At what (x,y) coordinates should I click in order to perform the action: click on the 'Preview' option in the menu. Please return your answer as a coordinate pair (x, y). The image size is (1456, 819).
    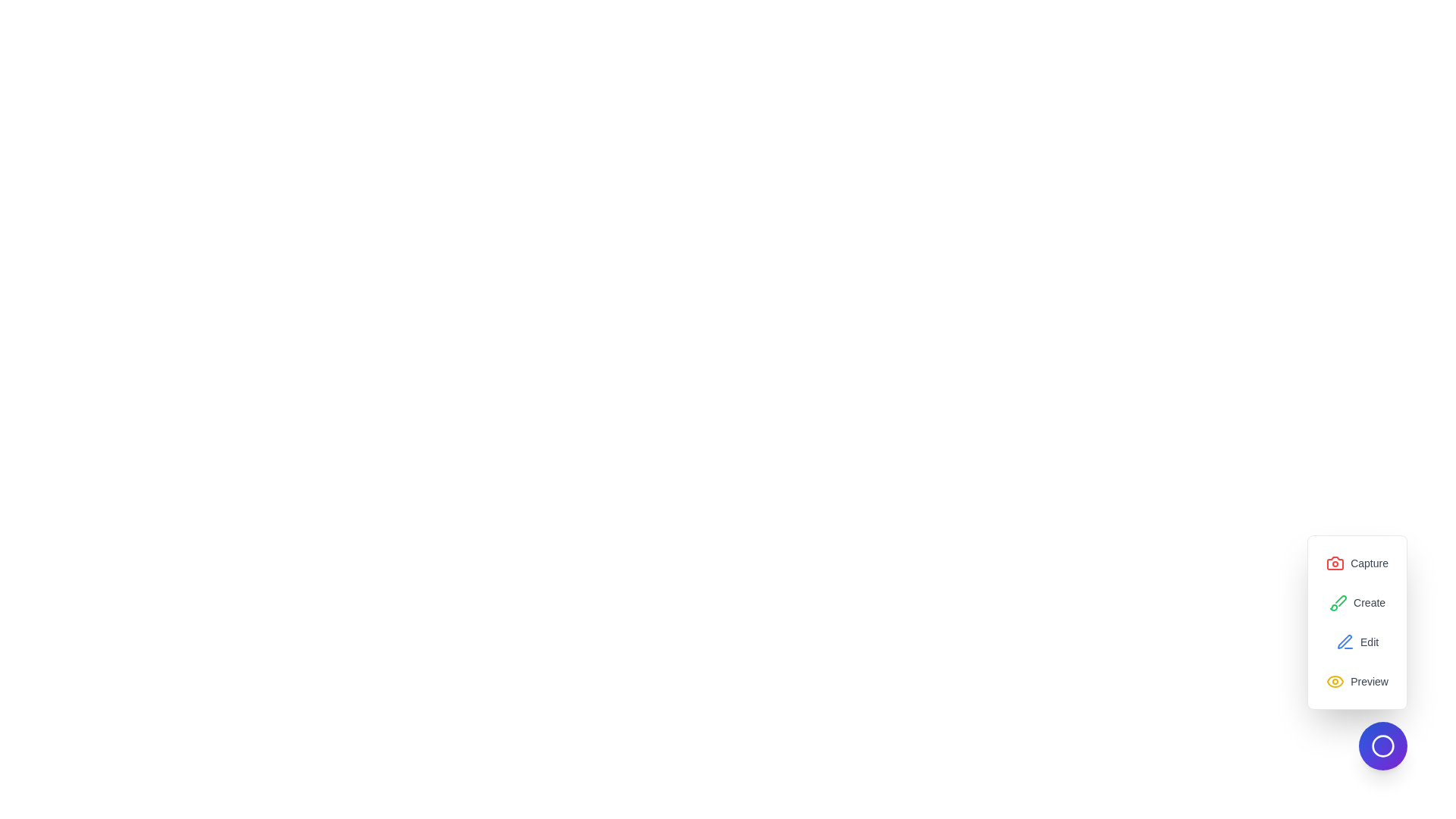
    Looking at the image, I should click on (1357, 680).